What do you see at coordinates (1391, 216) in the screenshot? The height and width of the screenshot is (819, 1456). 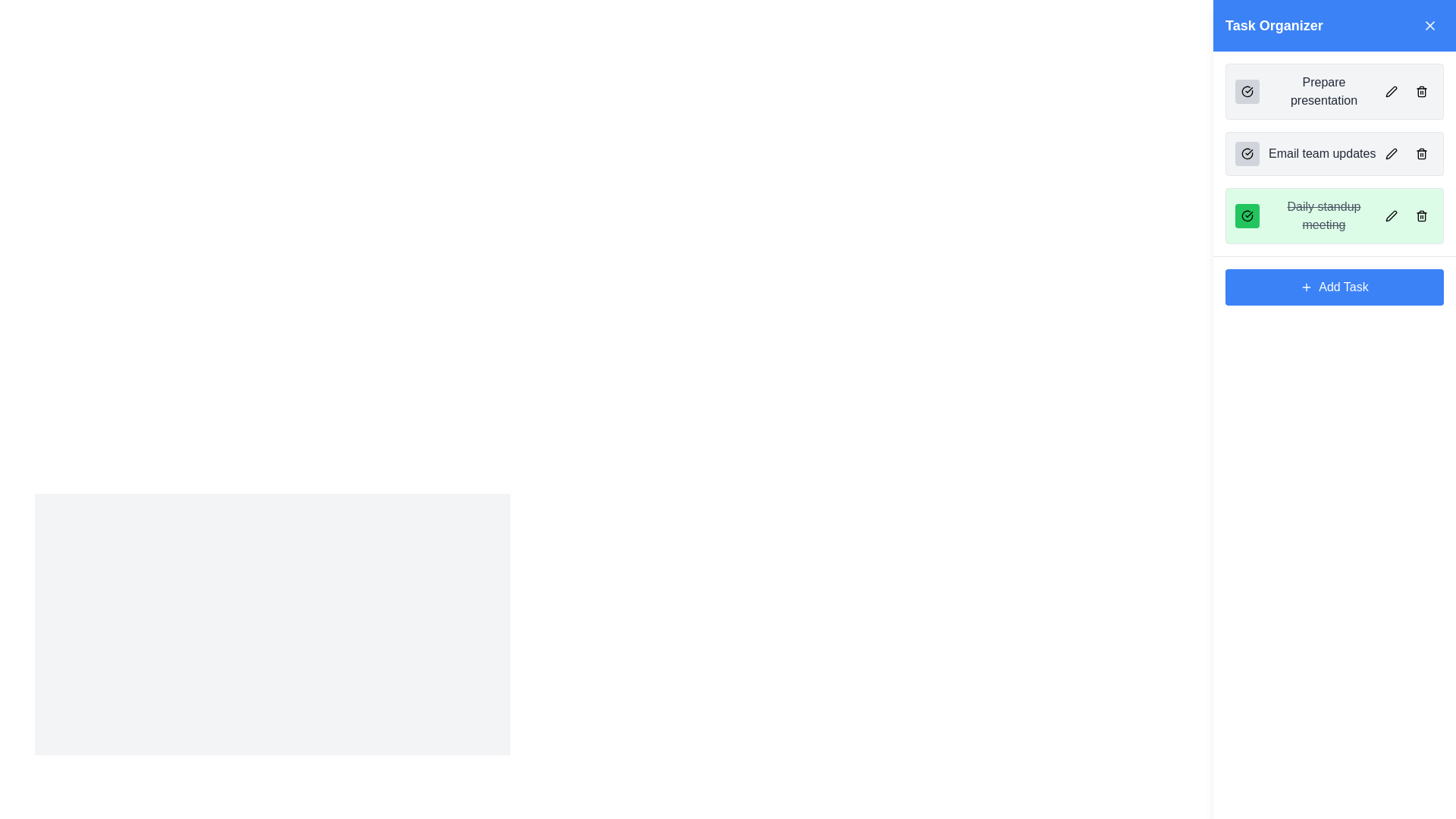 I see `the edit icon located inside the rounded rectangular button of the 'Daily standup meeting' task box to initiate editing` at bounding box center [1391, 216].